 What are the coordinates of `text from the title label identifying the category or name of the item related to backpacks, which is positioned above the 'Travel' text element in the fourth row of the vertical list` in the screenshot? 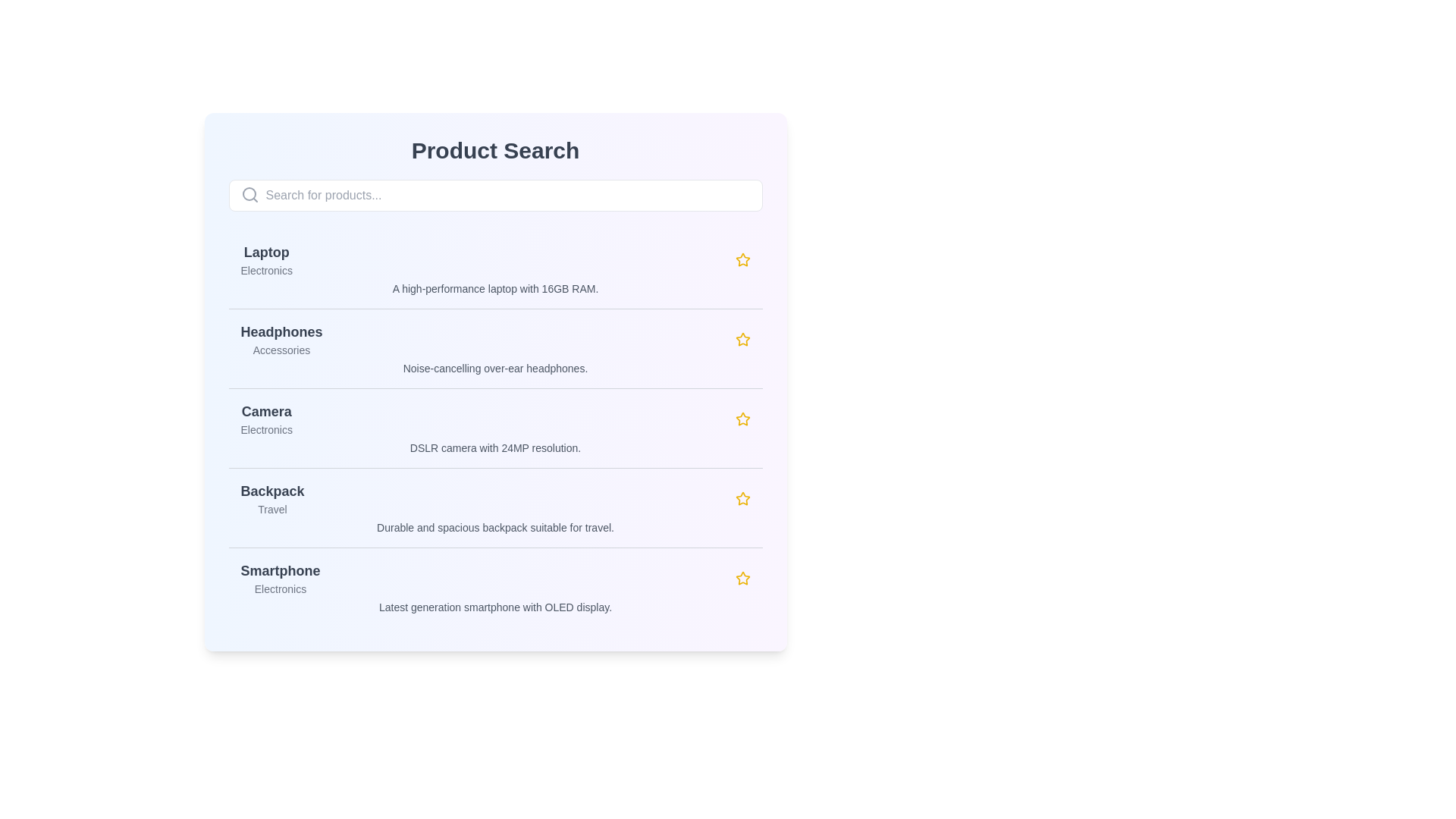 It's located at (272, 491).